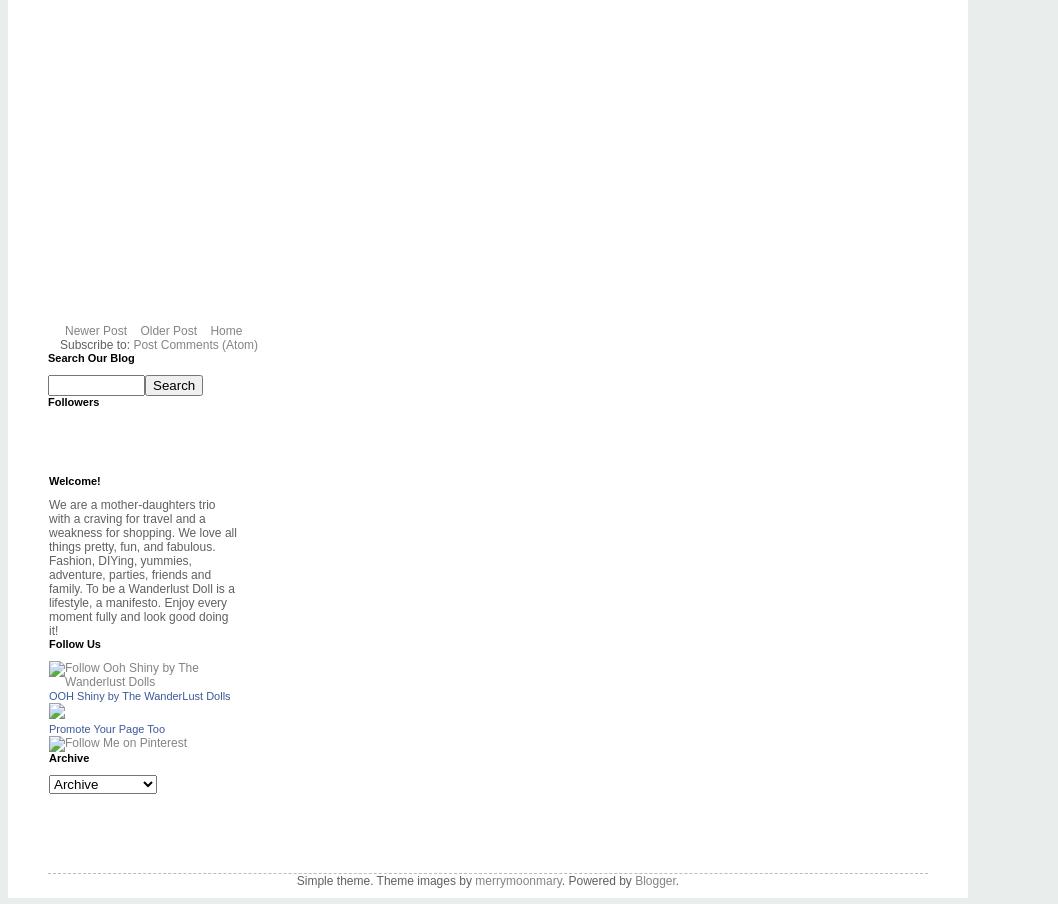 Image resolution: width=1058 pixels, height=904 pixels. I want to click on '.', so click(676, 880).